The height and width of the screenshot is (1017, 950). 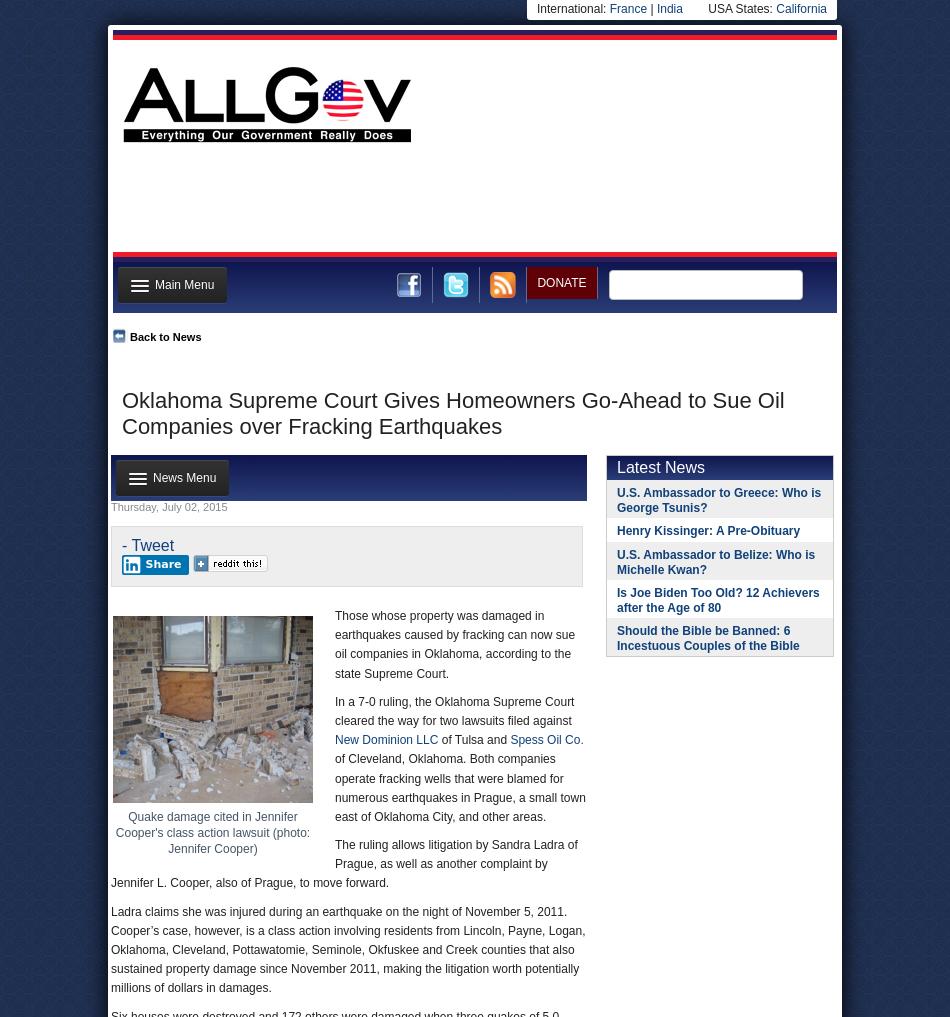 What do you see at coordinates (453, 644) in the screenshot?
I see `'Those whose property was damaged in earthquakes caused by fracking can now sue oil companies in Oklahoma, according to the state Supreme Court.'` at bounding box center [453, 644].